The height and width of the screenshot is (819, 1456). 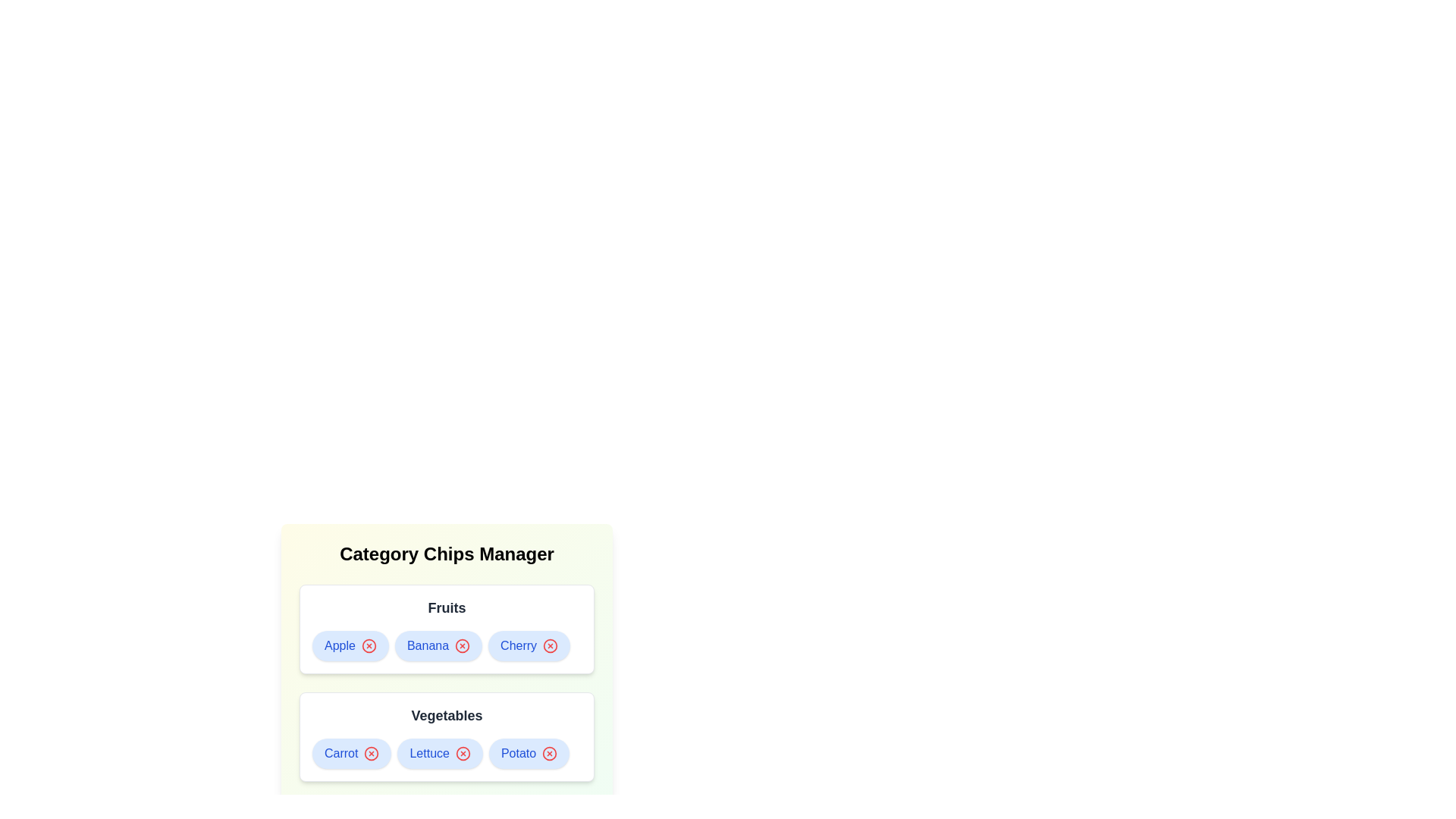 I want to click on the chip labeled Lettuce to observe its hover effect, so click(x=439, y=754).